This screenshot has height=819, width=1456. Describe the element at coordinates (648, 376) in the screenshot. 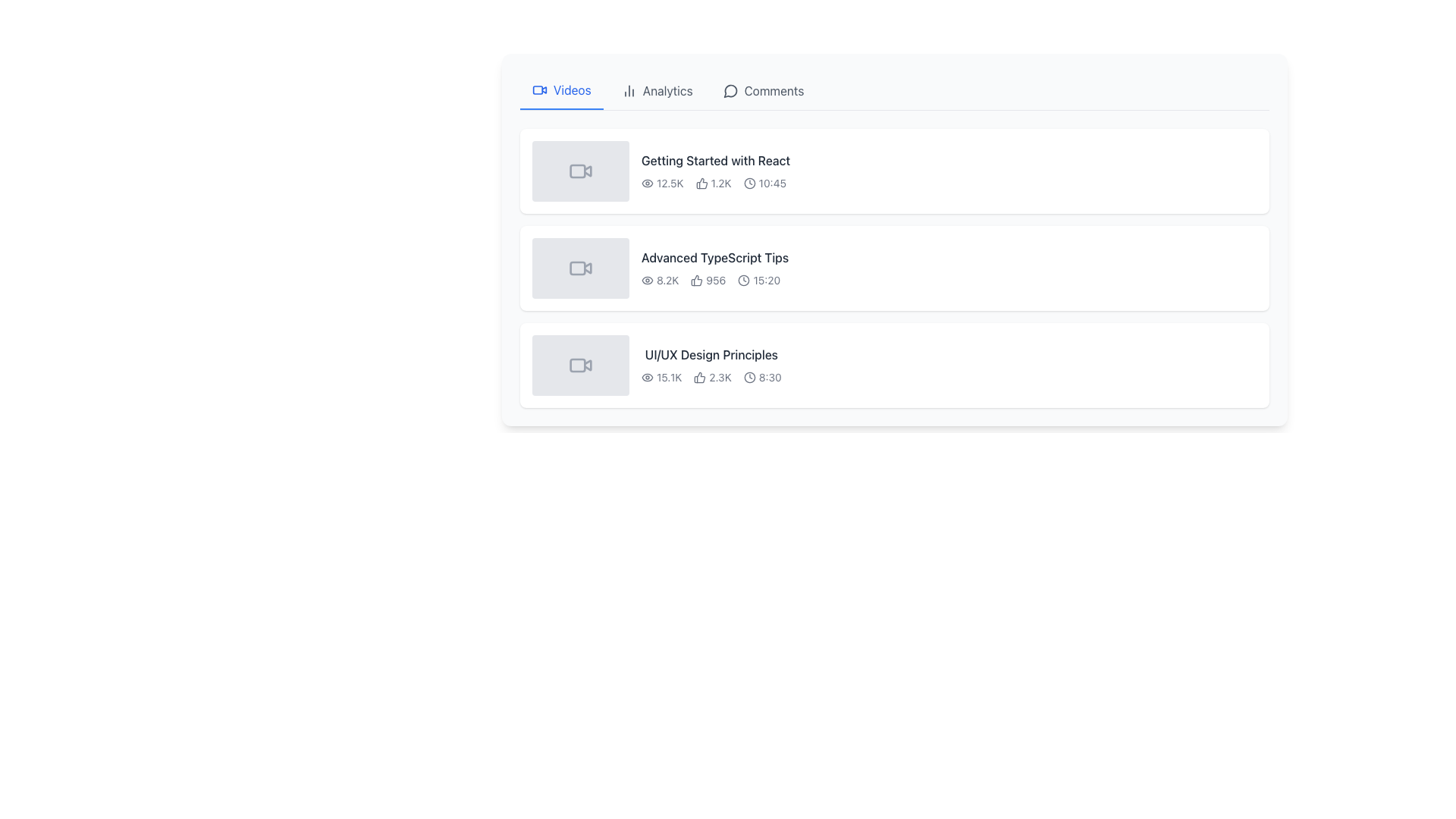

I see `the visibility toggle icon located in the top-left corner of the interface` at that location.